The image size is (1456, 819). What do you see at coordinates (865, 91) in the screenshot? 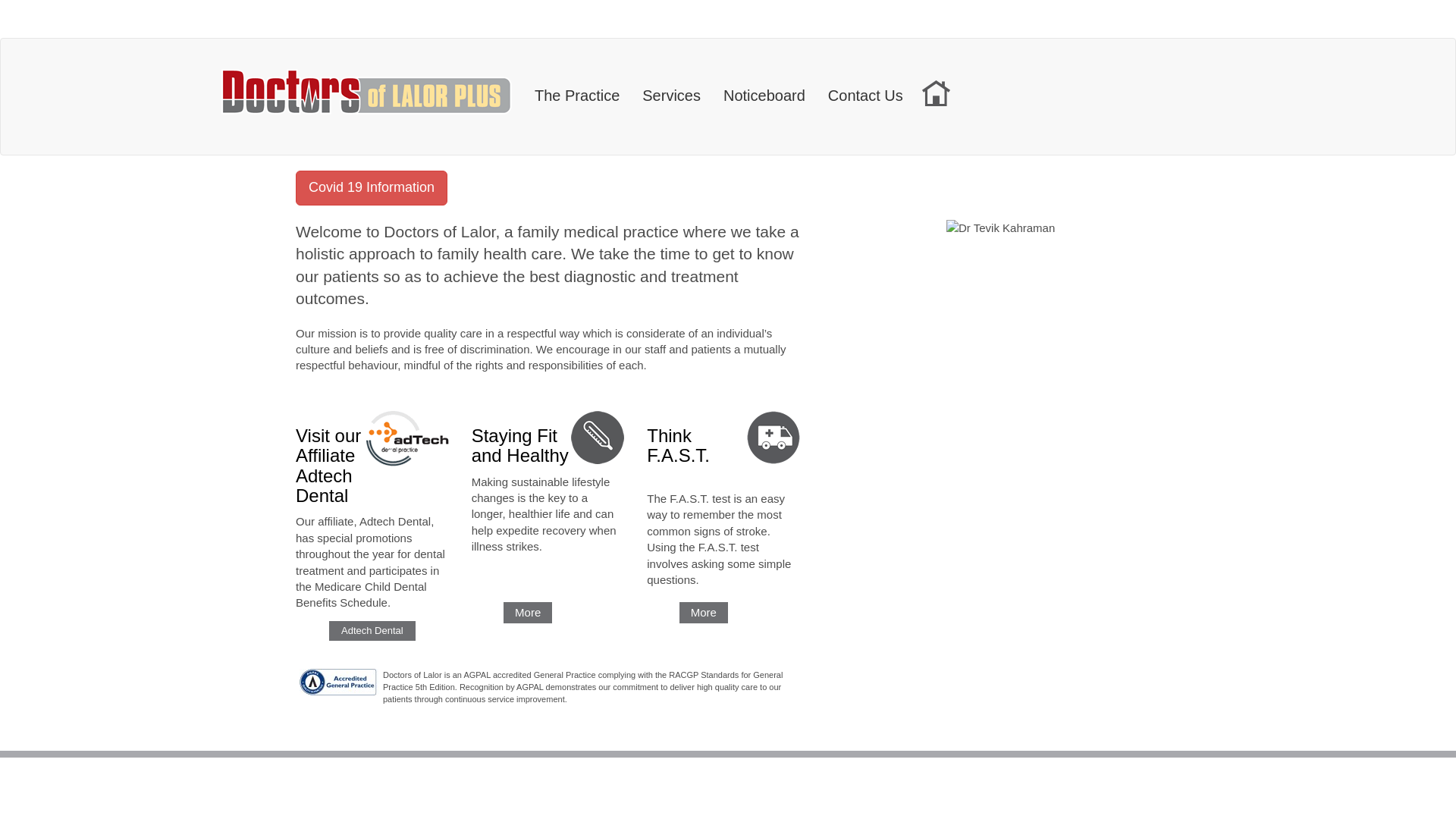
I see `'Contact Us'` at bounding box center [865, 91].